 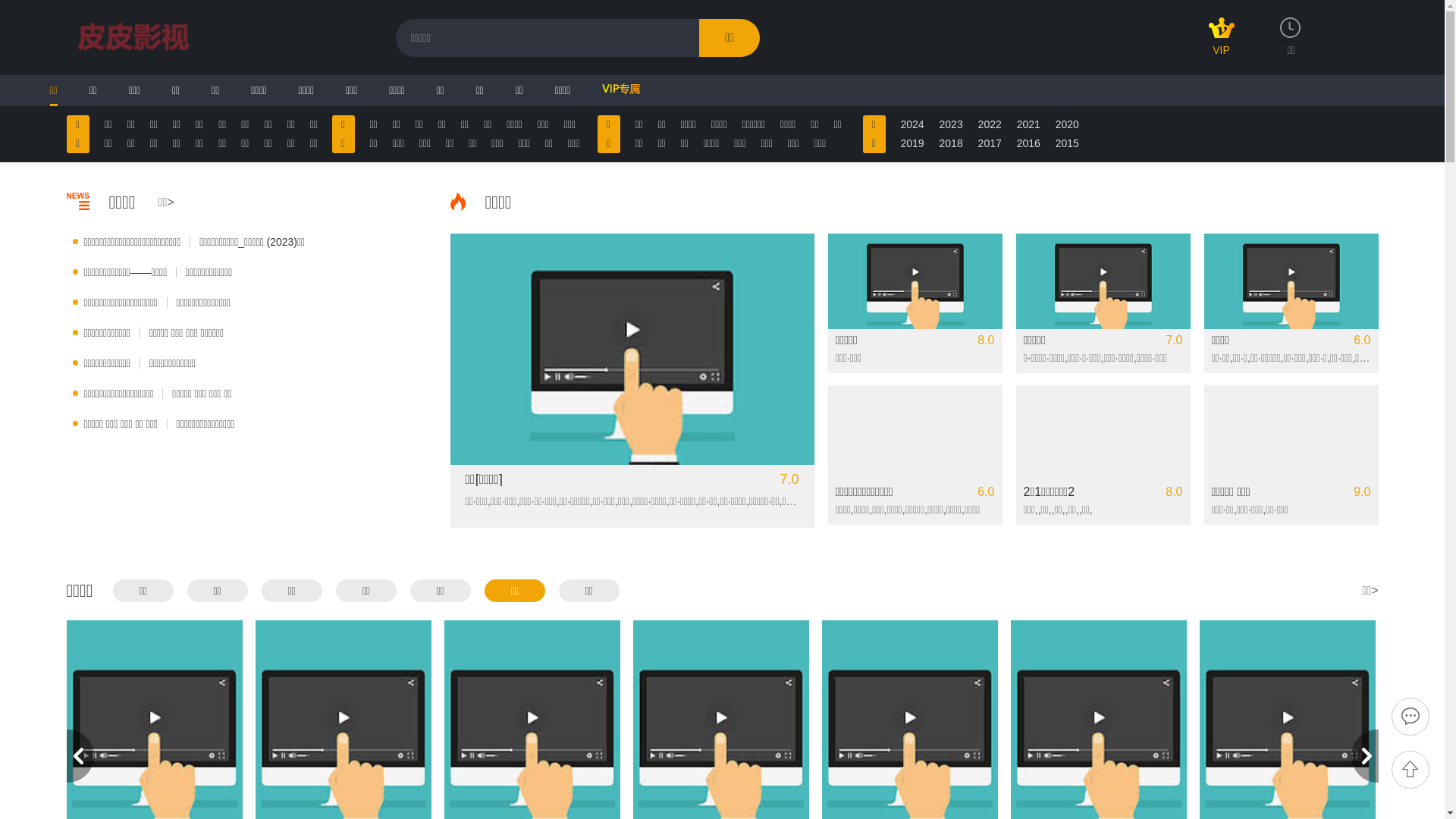 What do you see at coordinates (1222, 42) in the screenshot?
I see `'VIP'` at bounding box center [1222, 42].